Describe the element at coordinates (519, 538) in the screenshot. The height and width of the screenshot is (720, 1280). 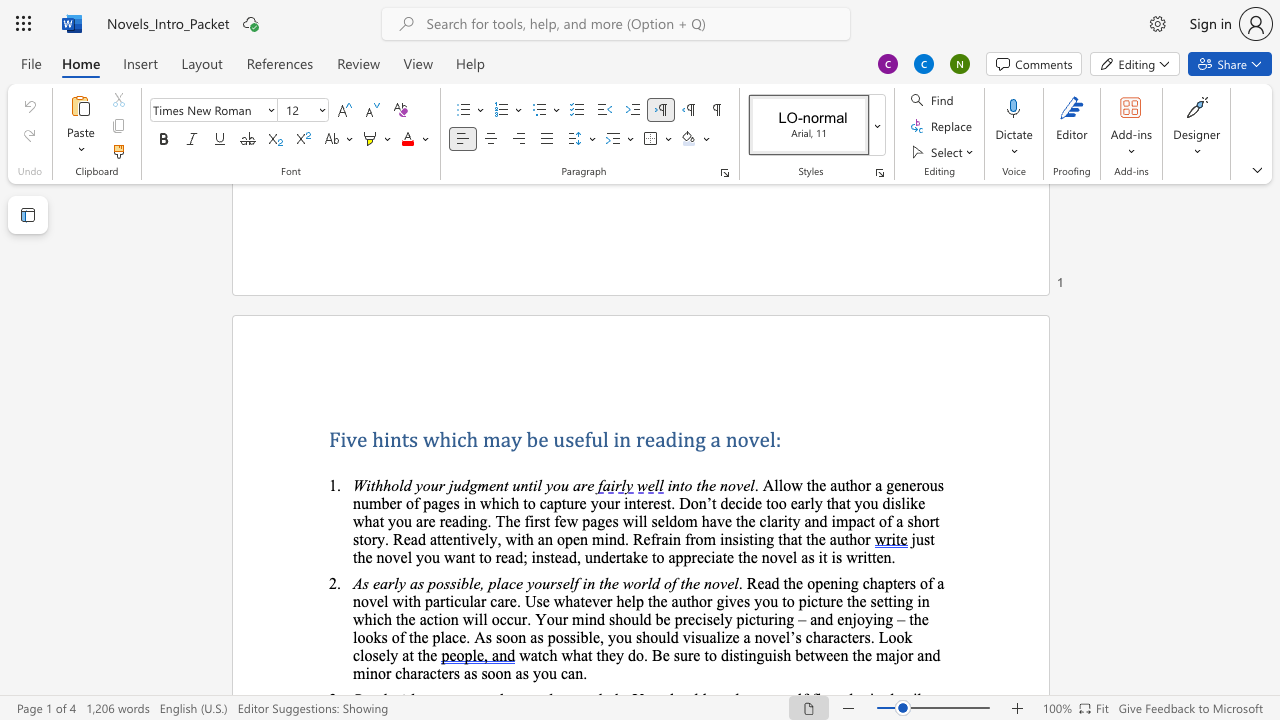
I see `the 10th character "i" in the text` at that location.